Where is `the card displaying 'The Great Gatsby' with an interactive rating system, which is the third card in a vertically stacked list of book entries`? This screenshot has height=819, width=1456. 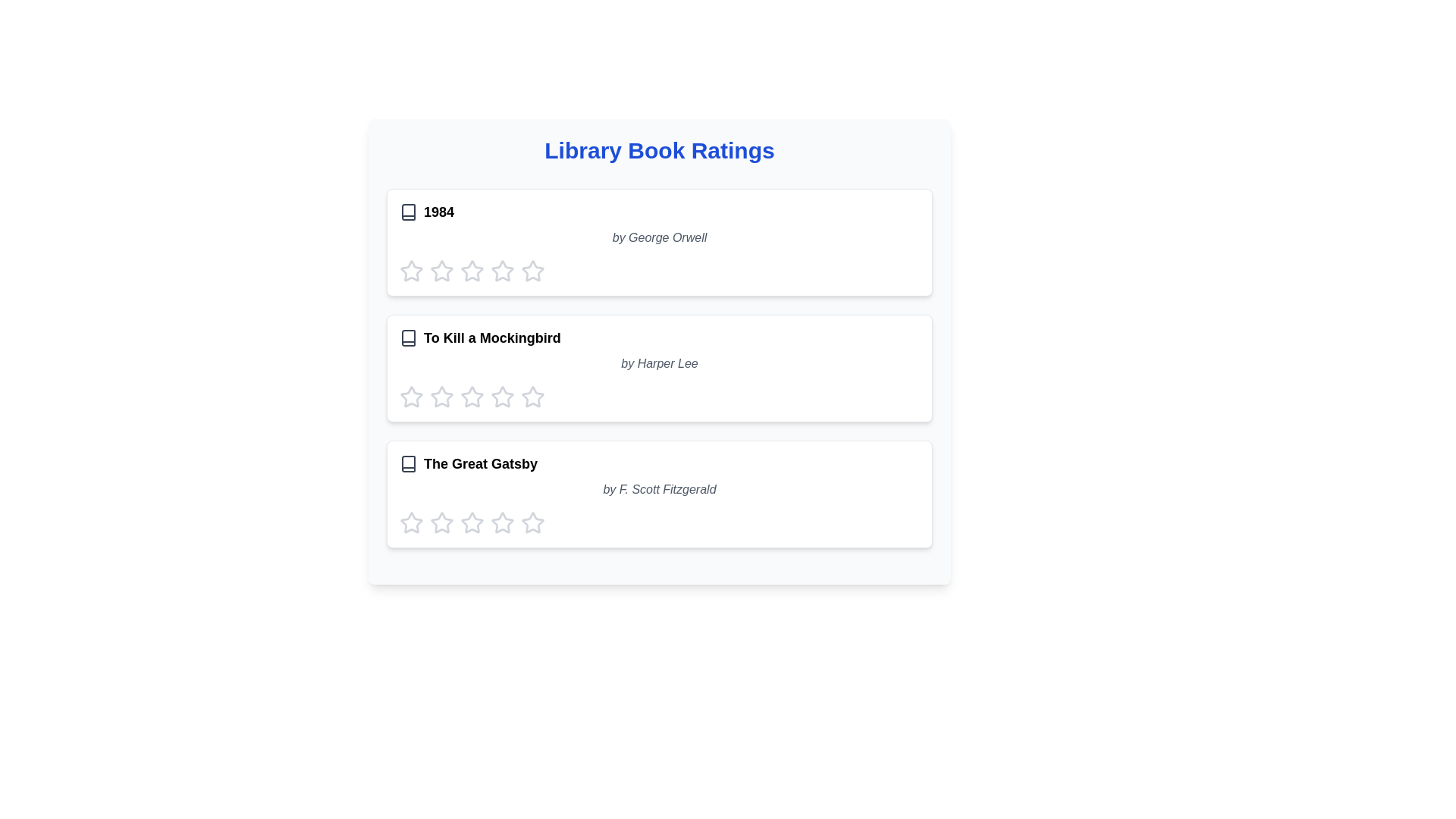
the card displaying 'The Great Gatsby' with an interactive rating system, which is the third card in a vertically stacked list of book entries is located at coordinates (659, 494).